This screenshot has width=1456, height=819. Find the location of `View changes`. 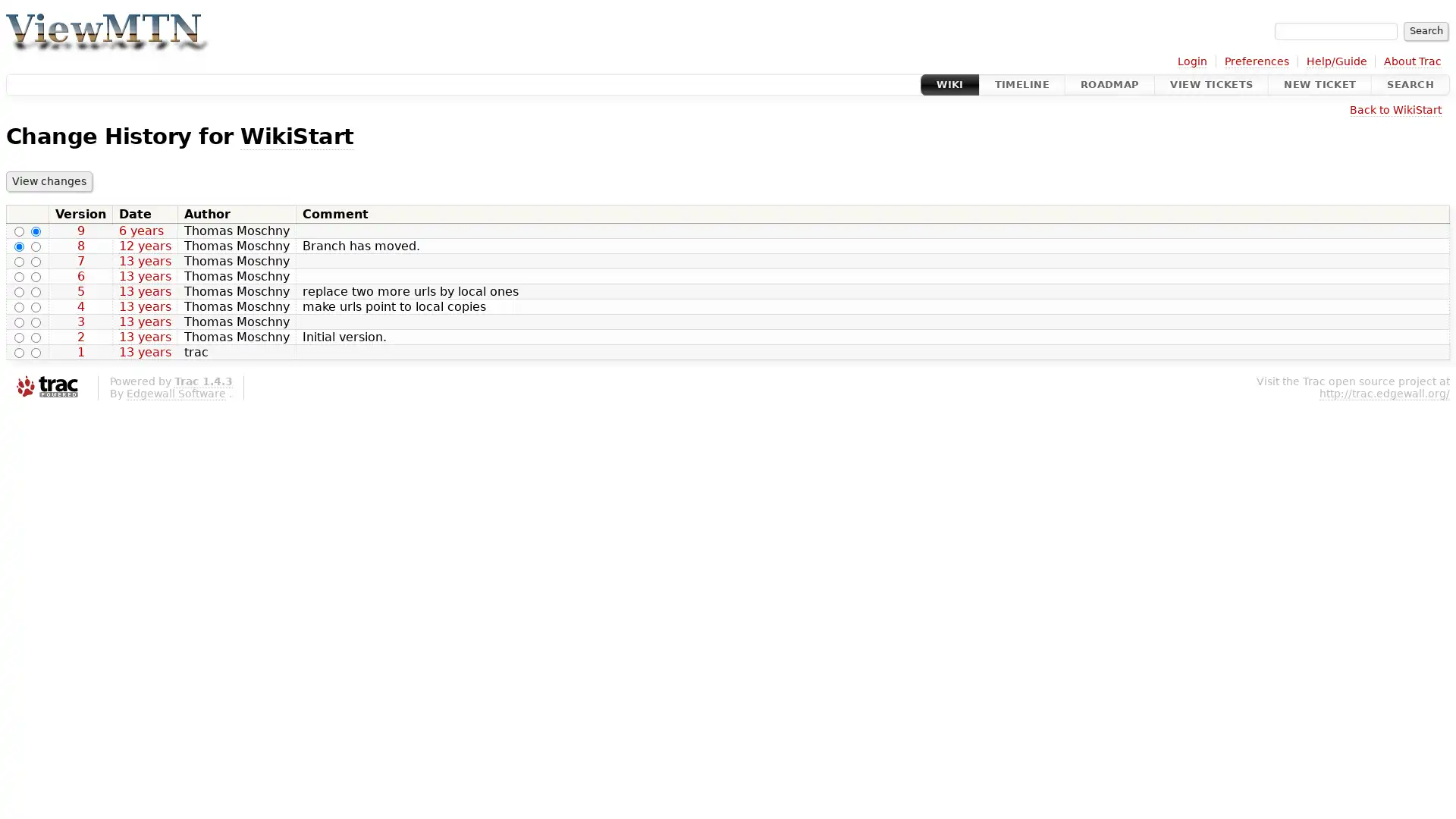

View changes is located at coordinates (49, 180).